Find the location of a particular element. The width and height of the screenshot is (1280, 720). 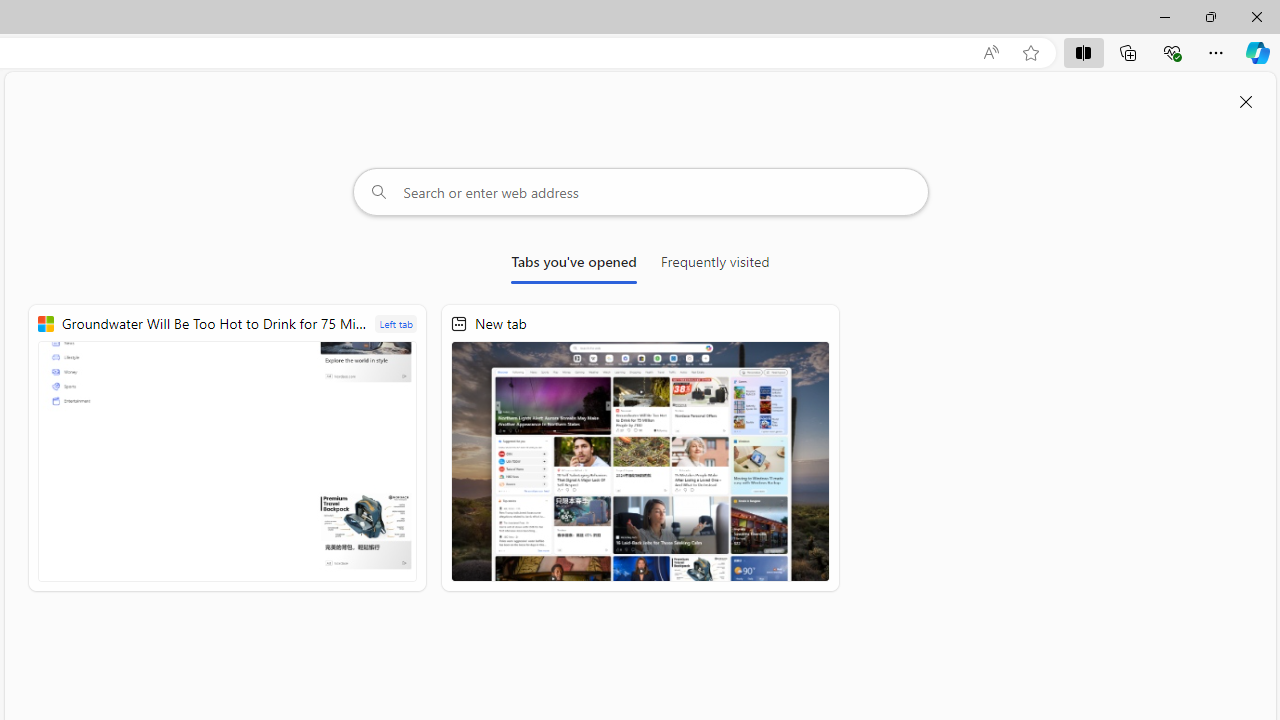

'Settings and more (Alt+F)' is located at coordinates (1215, 51).